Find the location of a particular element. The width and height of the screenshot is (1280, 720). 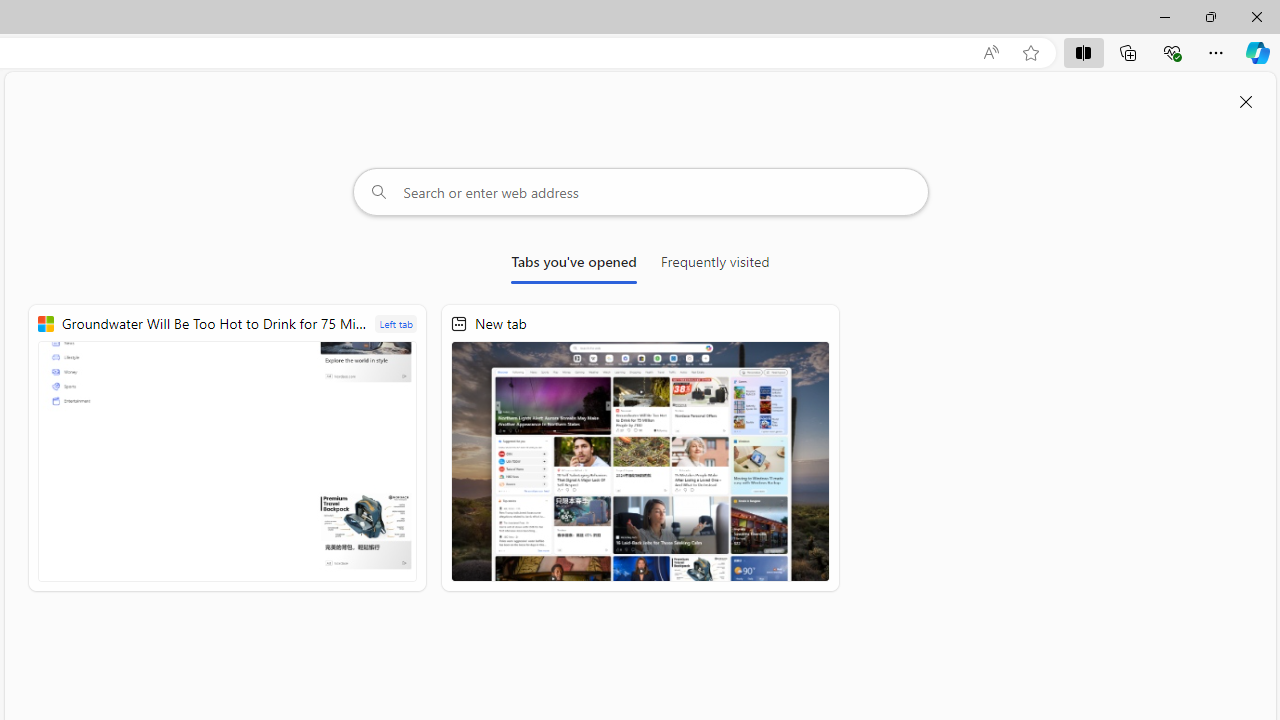

'Settings and more (Alt+F)' is located at coordinates (1215, 51).